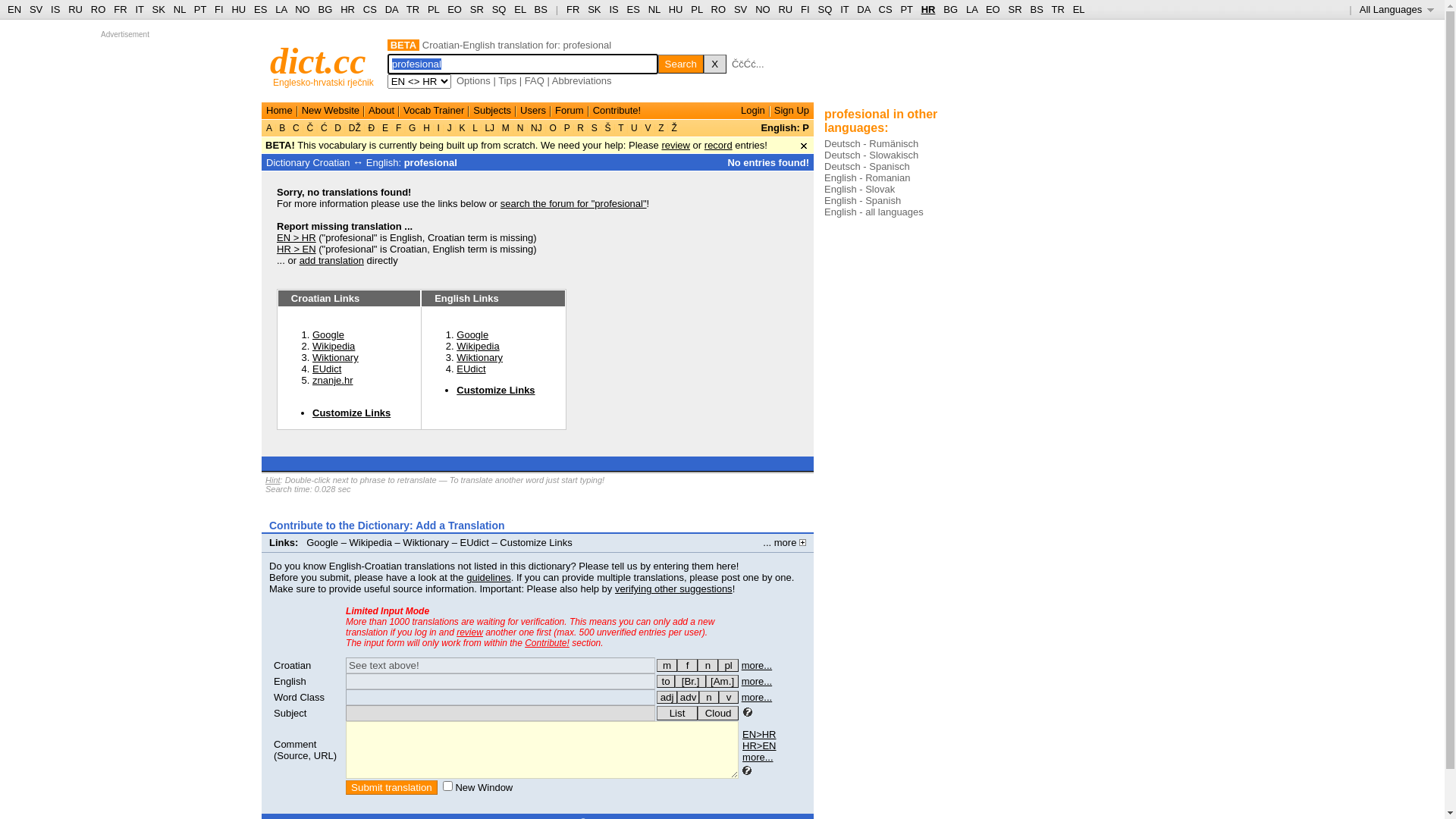 The height and width of the screenshot is (819, 1456). What do you see at coordinates (1396, 9) in the screenshot?
I see `'All Languages '` at bounding box center [1396, 9].